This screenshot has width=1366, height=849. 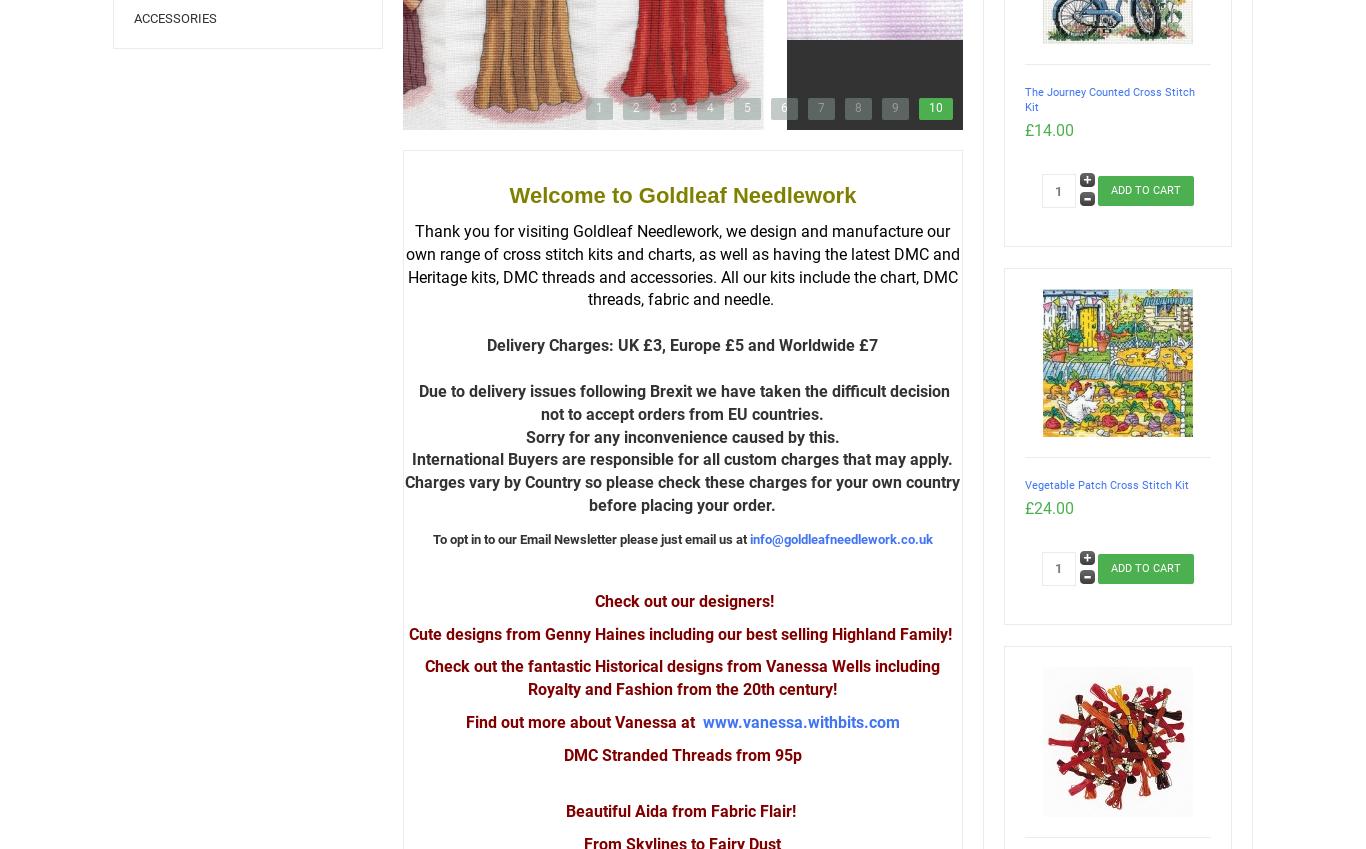 What do you see at coordinates (681, 264) in the screenshot?
I see `'Thank you for visiting Goldleaf Needlework, we design and manufacture our own range of cross stitch kits and charts, as well as having the latest DMC and Heritage kits, DMC threads and accessories. All our kits include the chart, DMC threads, fabric and needle.'` at bounding box center [681, 264].